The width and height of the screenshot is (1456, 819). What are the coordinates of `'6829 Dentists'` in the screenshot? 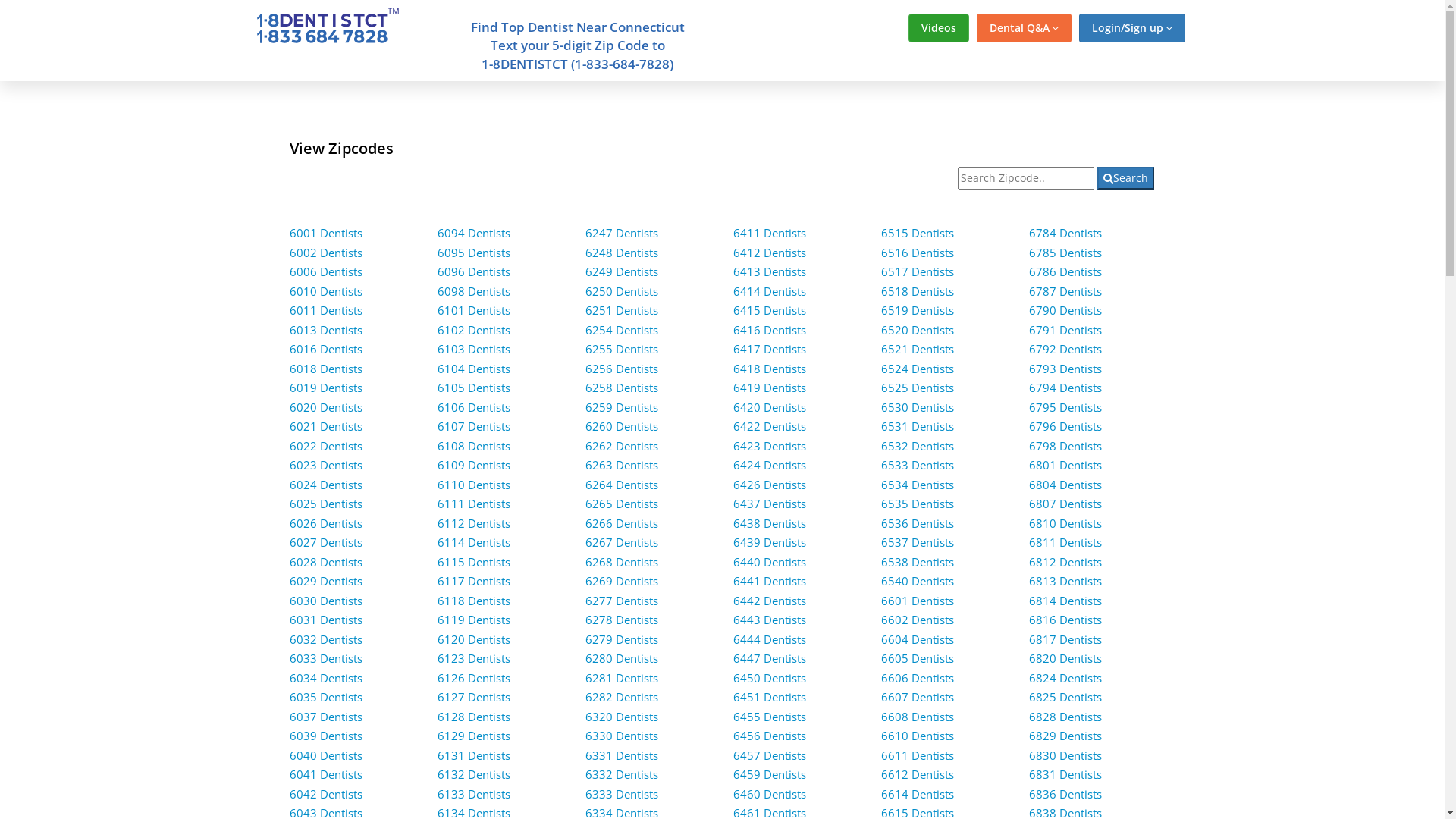 It's located at (1029, 734).